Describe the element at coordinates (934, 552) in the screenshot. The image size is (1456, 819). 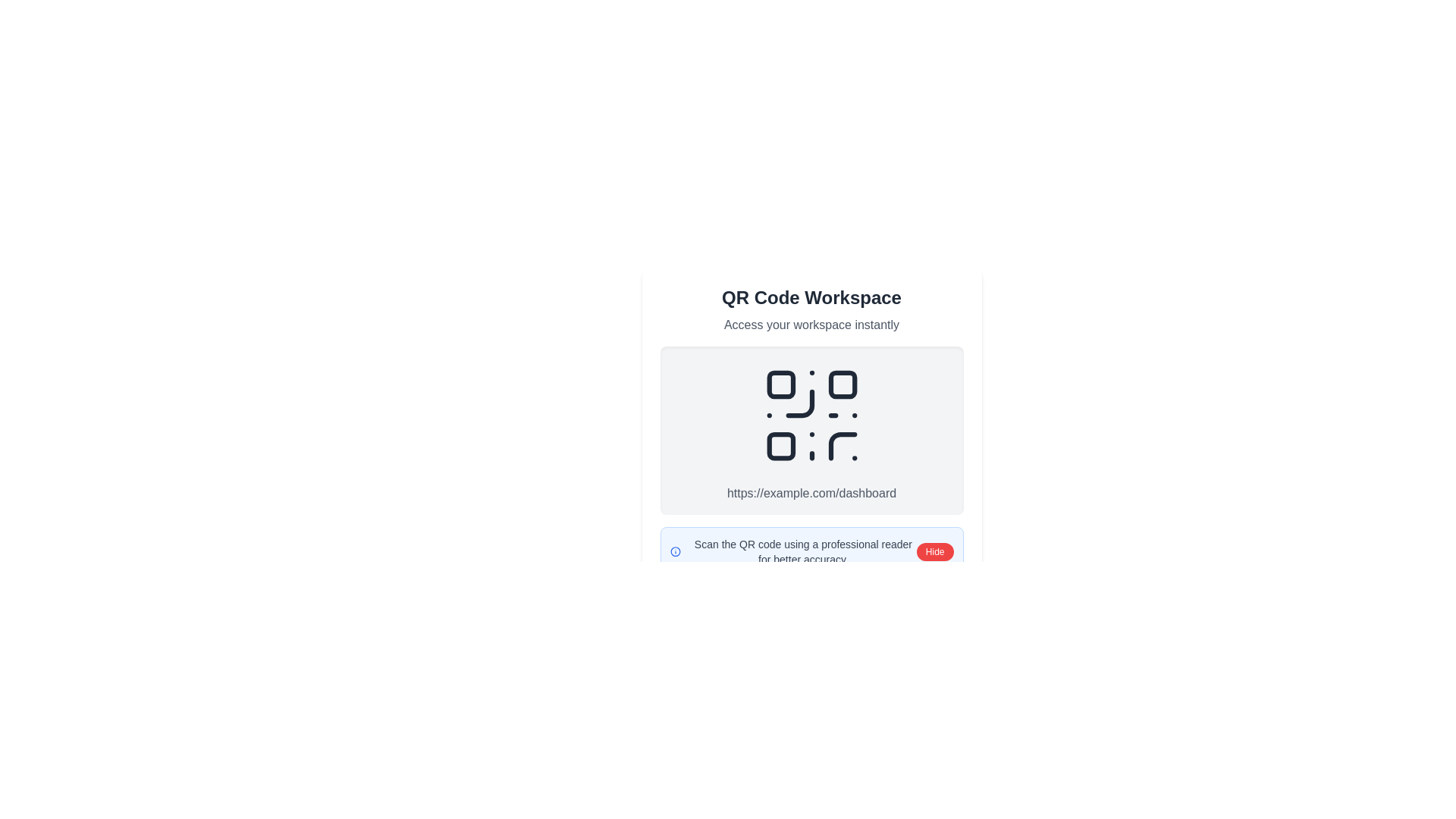
I see `the 'Hide' button` at that location.